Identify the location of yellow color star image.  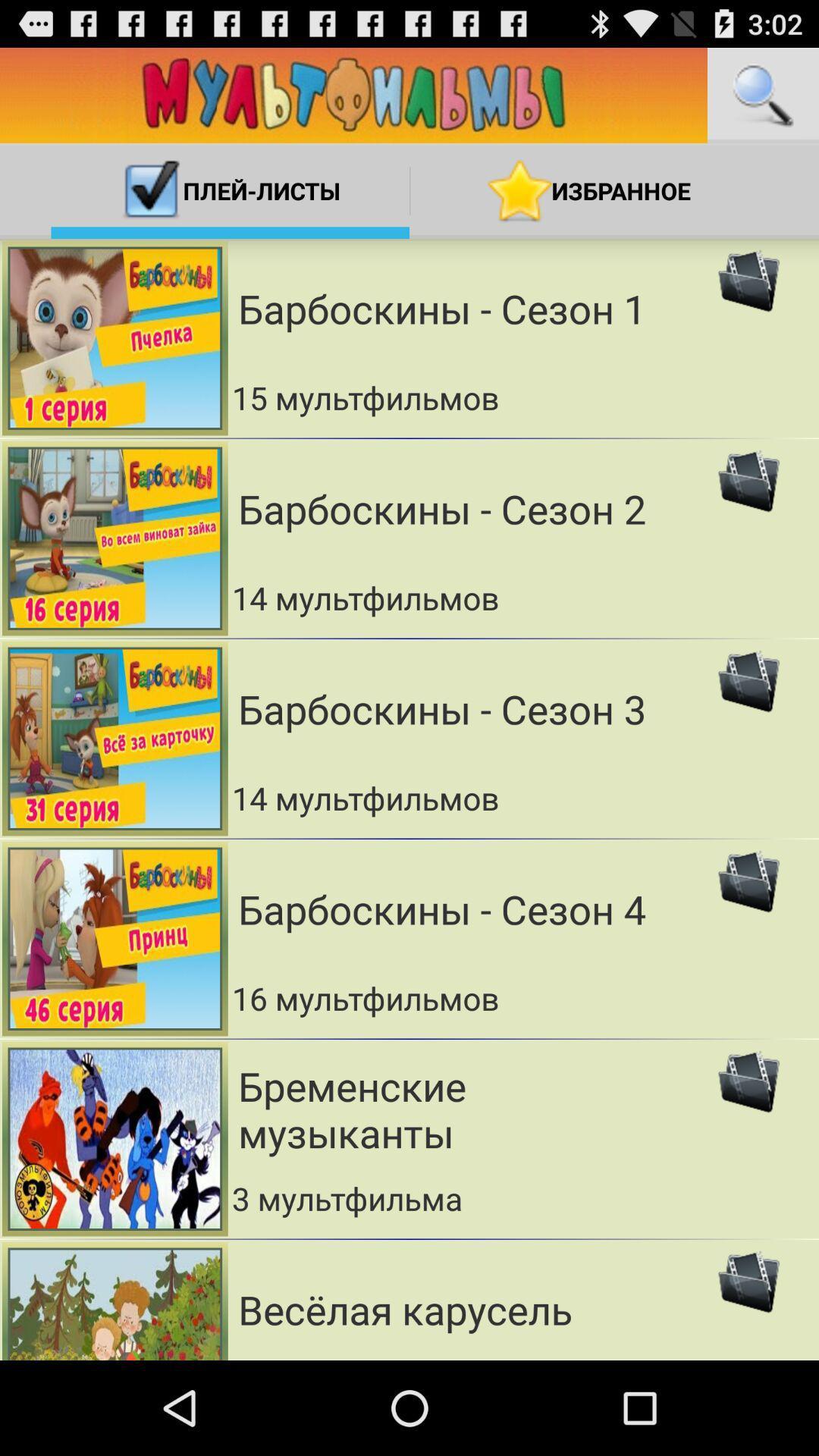
(519, 190).